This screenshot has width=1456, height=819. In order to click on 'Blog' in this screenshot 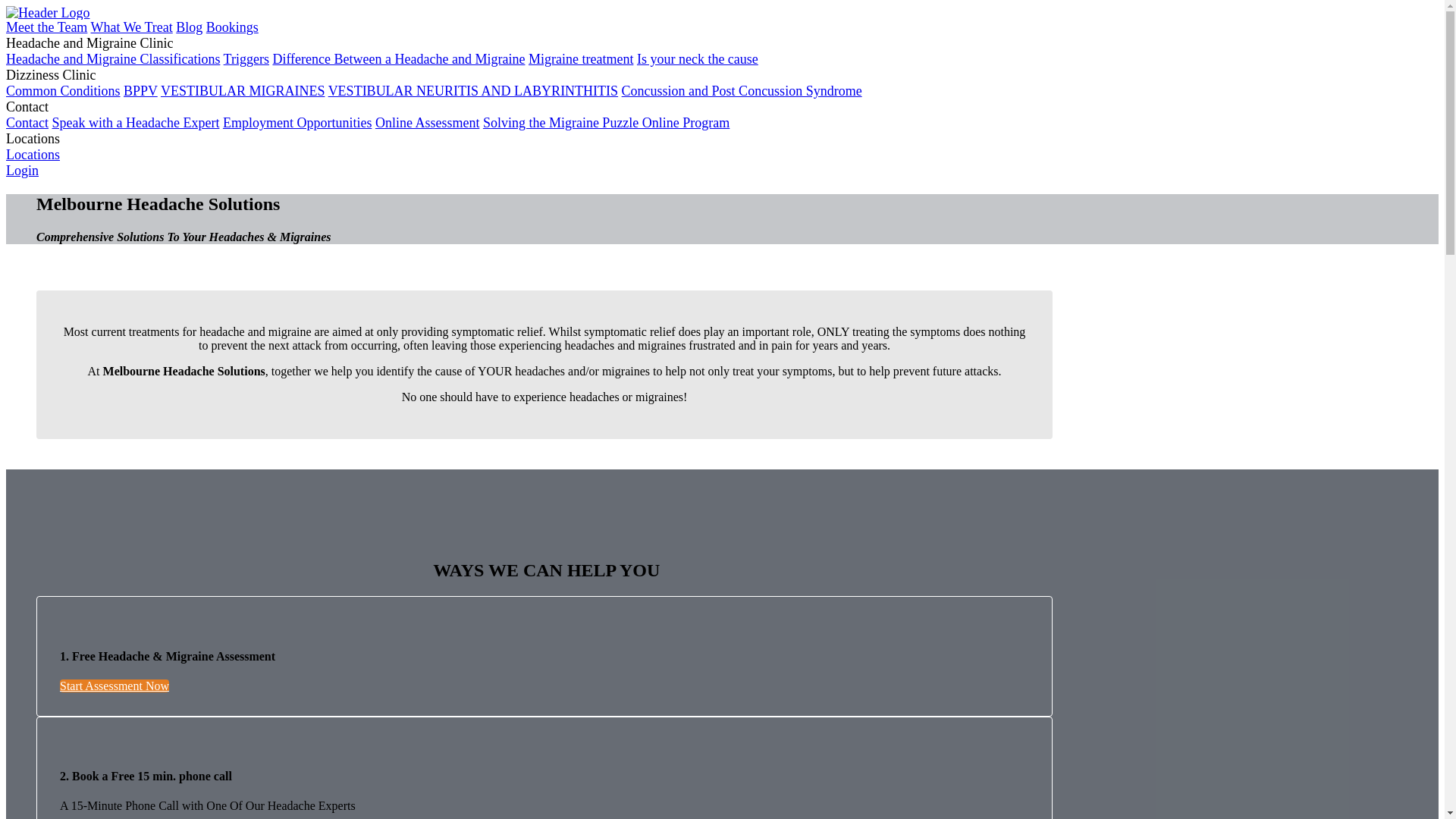, I will do `click(188, 27)`.